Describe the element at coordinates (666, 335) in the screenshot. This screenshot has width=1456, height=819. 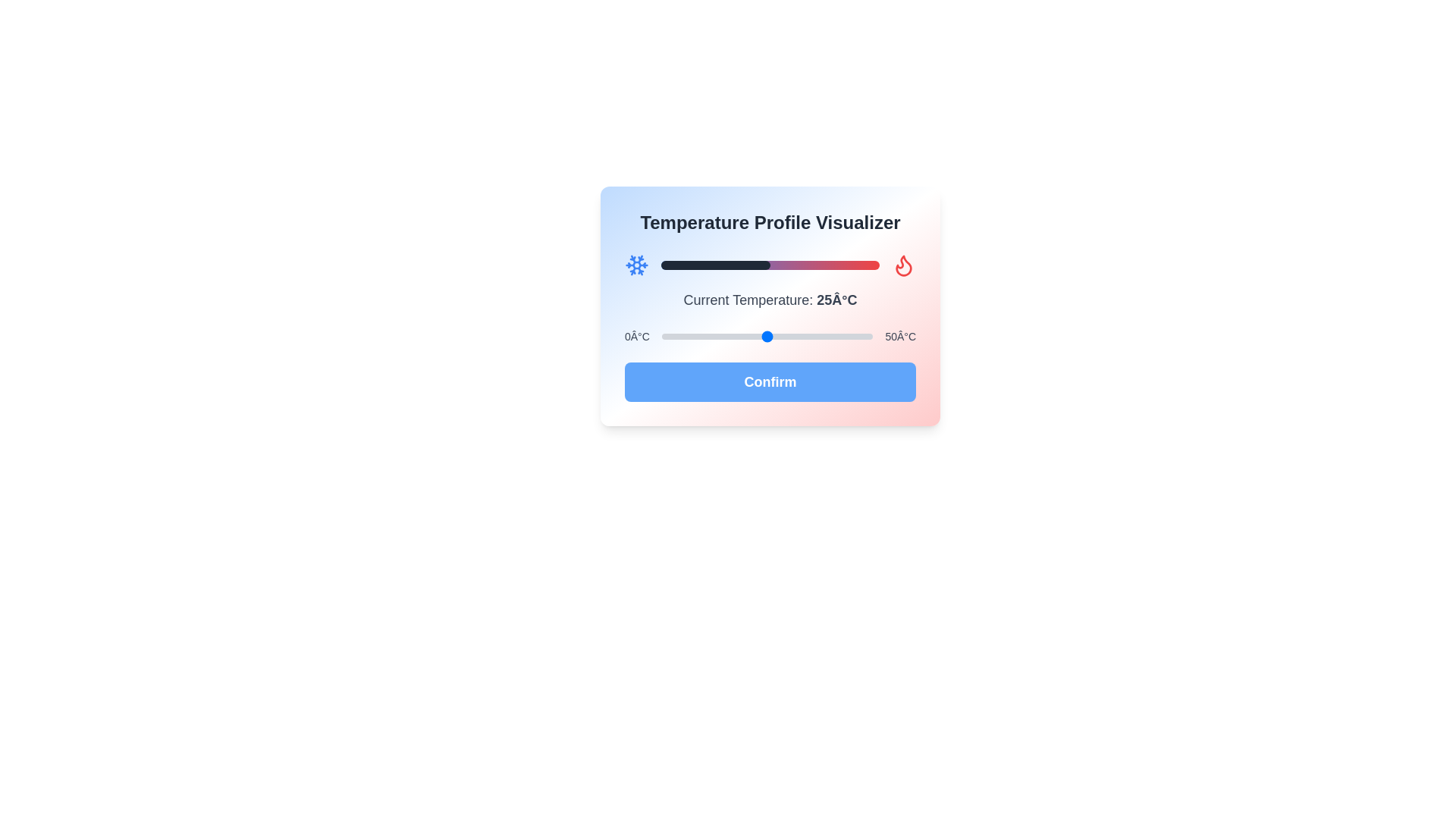
I see `the temperature to 1°C using the slider` at that location.